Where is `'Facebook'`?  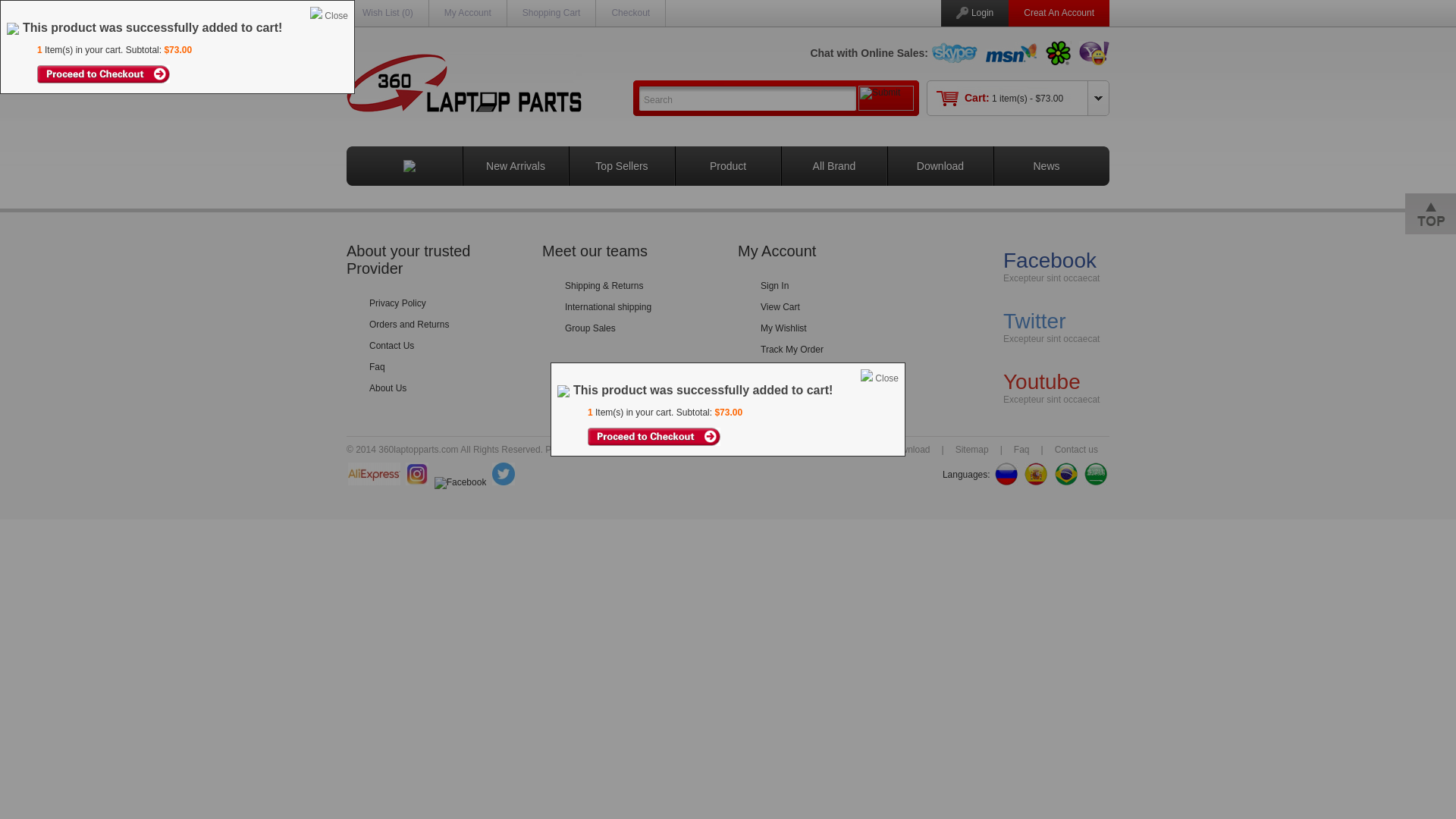
'Facebook' is located at coordinates (1049, 259).